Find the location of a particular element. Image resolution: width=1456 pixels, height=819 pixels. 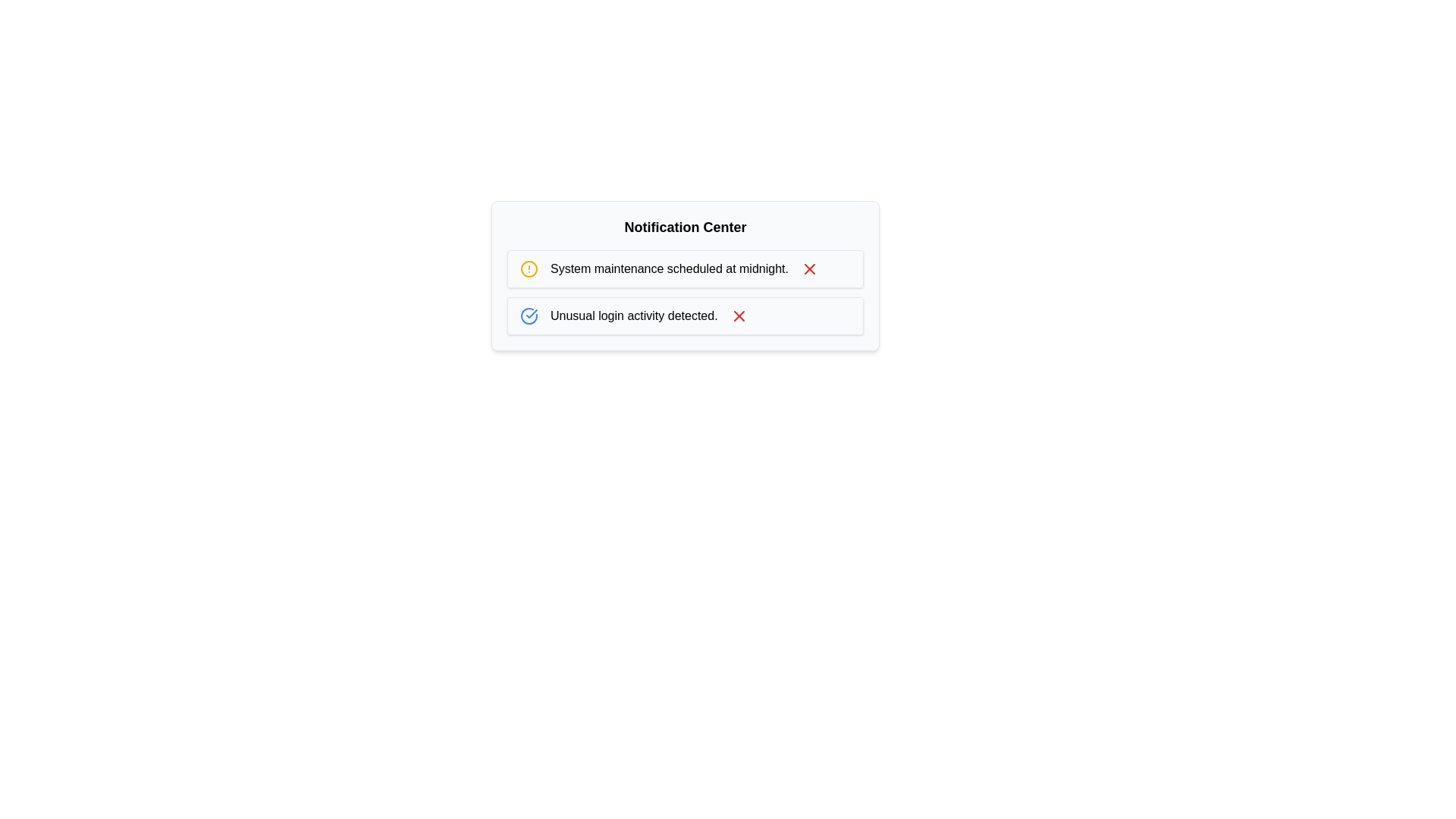

notification text which states 'Unusual login activity detected.' from the notification card styled with a rounded rectangle and a blue checkmark icon, located below the 'System maintenance scheduled at midnight' notification in the Notification Center is located at coordinates (684, 315).